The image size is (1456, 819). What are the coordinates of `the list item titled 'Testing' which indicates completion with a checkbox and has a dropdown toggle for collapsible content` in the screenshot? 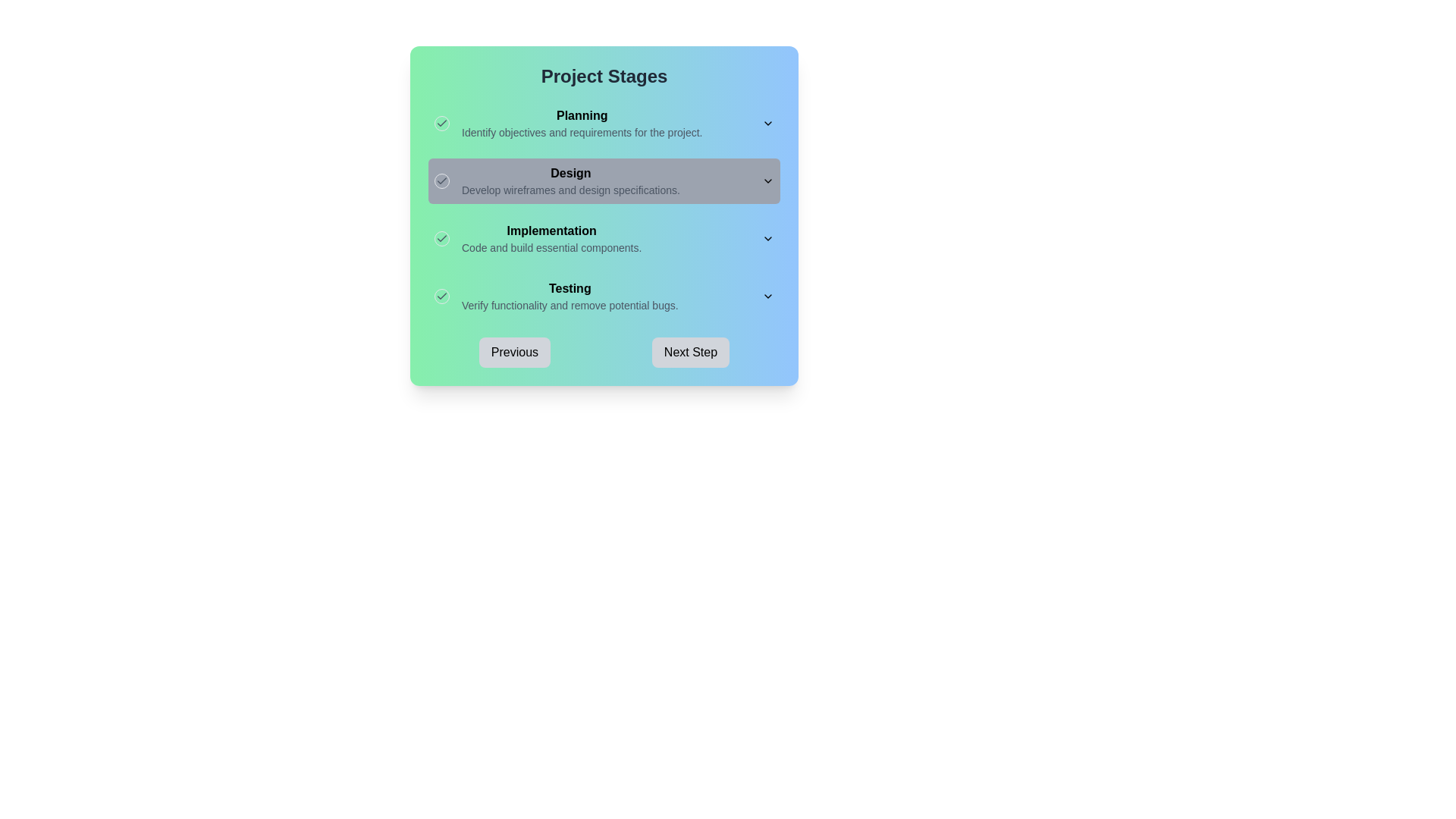 It's located at (603, 296).